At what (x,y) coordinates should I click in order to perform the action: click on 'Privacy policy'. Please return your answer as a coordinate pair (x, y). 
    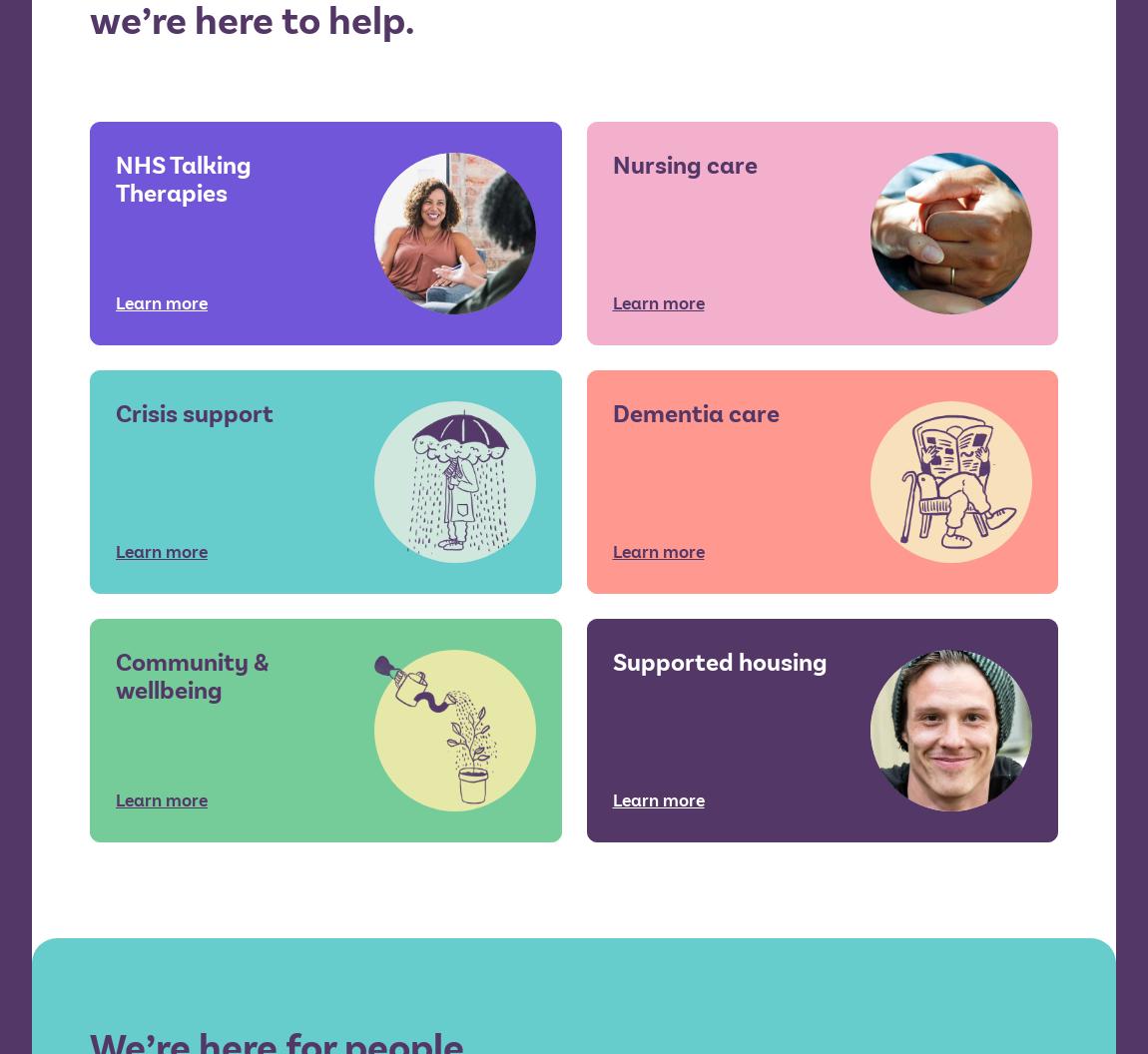
    Looking at the image, I should click on (663, 665).